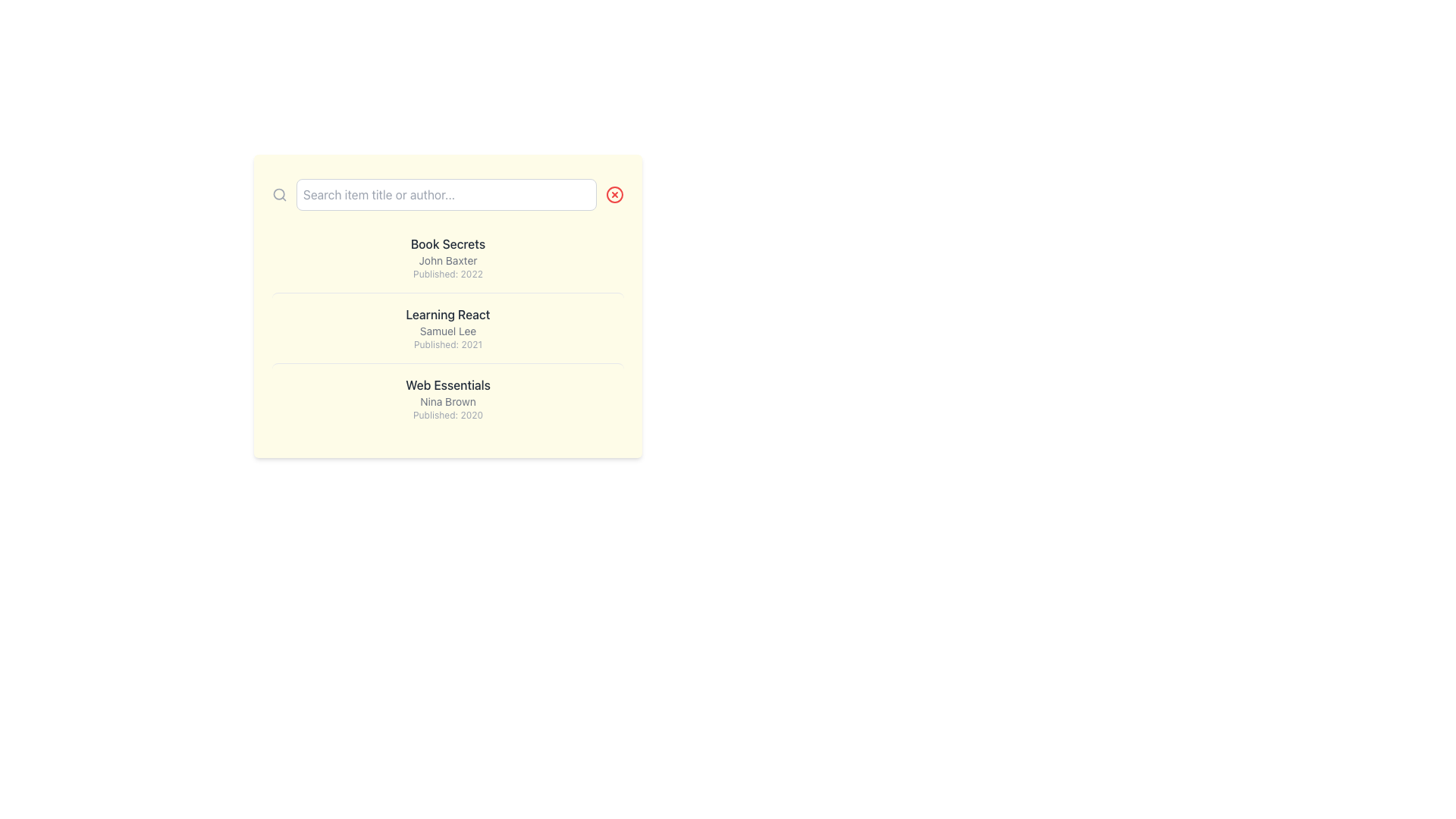 This screenshot has height=819, width=1456. Describe the element at coordinates (447, 327) in the screenshot. I see `the second list item titled 'Learning React'` at that location.